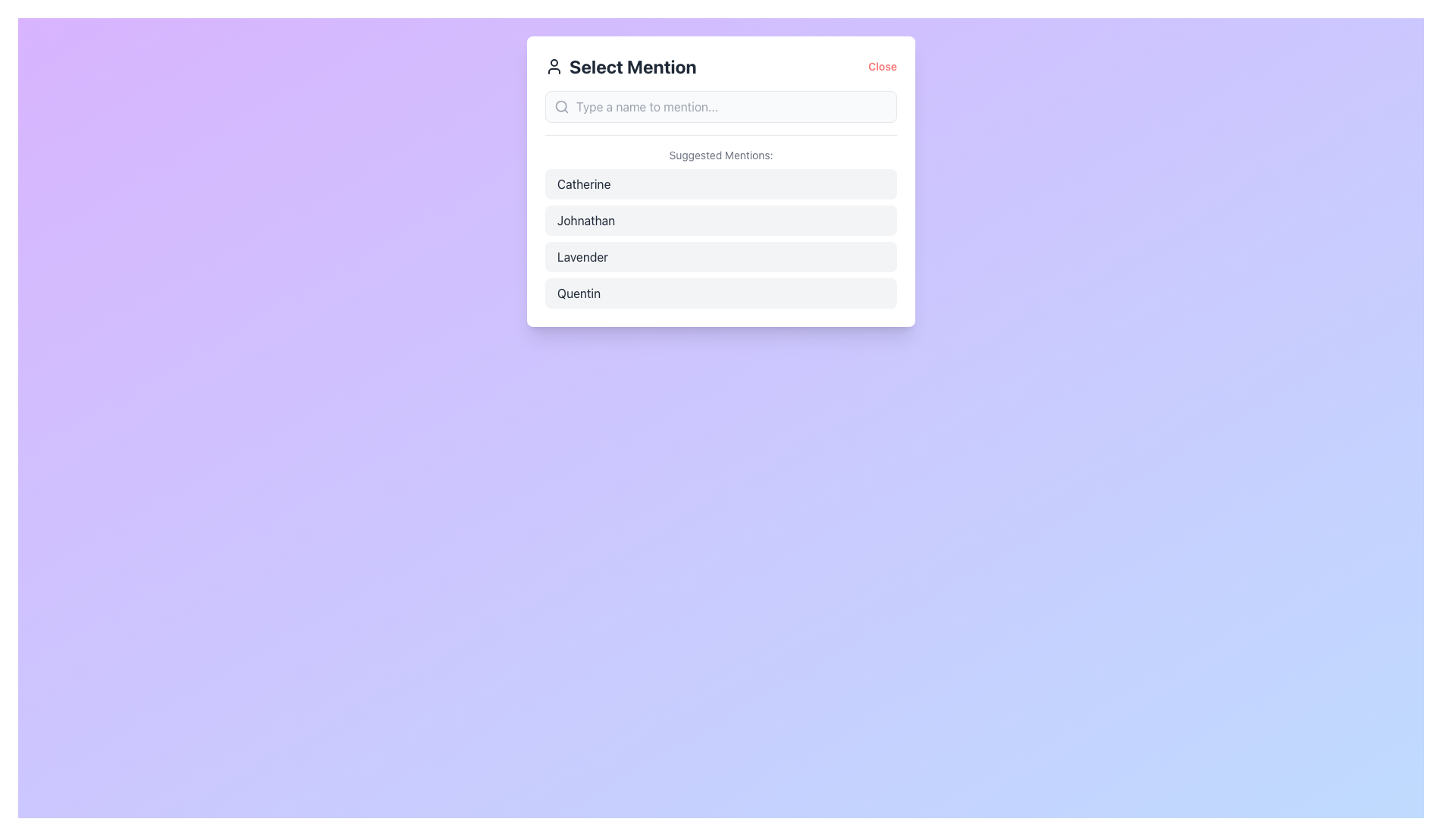 The height and width of the screenshot is (819, 1456). What do you see at coordinates (720, 293) in the screenshot?
I see `the 'Quentin' button, which is the fourth button in the 'Suggested Mentions' list` at bounding box center [720, 293].